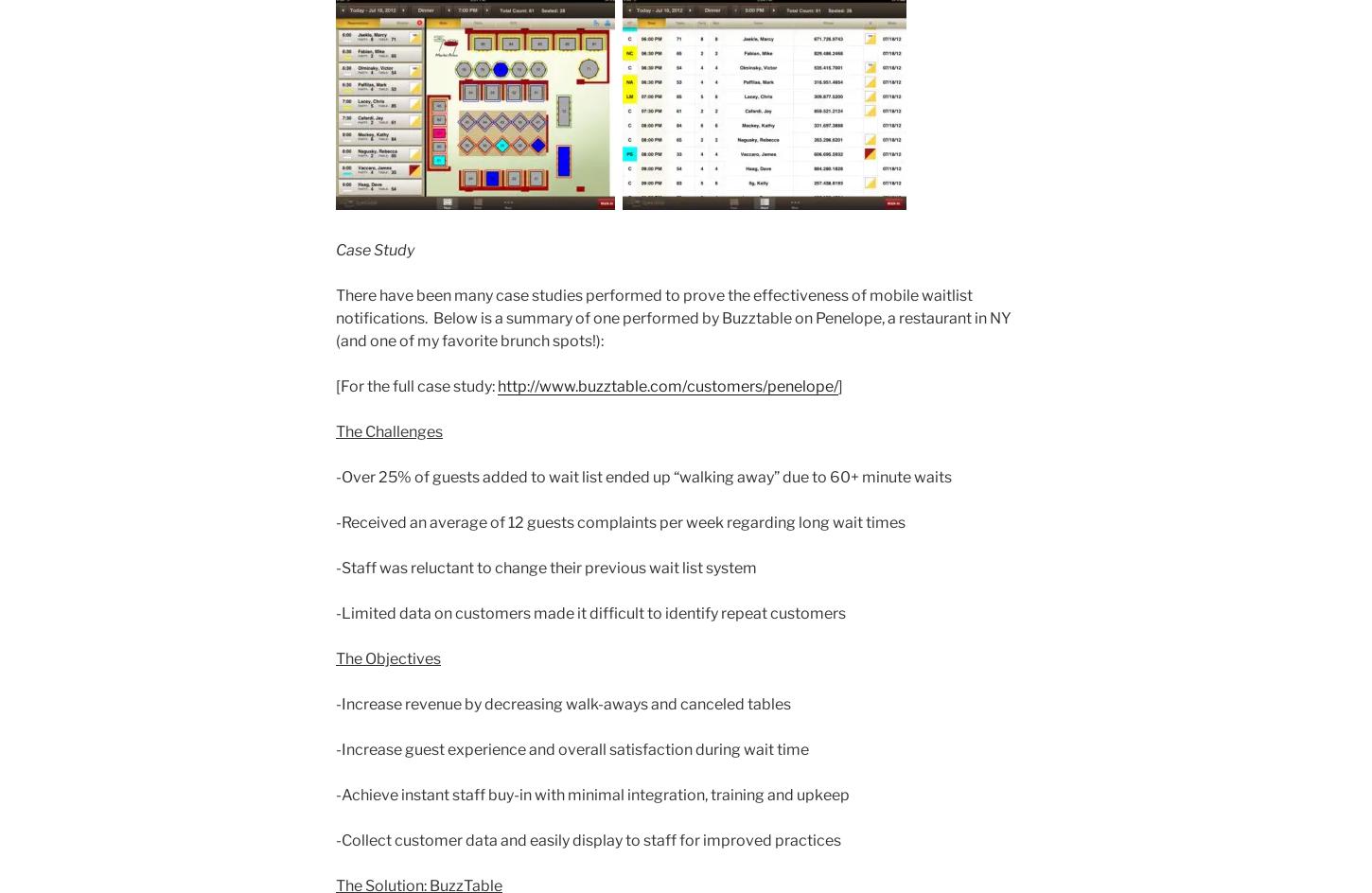  Describe the element at coordinates (374, 250) in the screenshot. I see `'Case Study'` at that location.